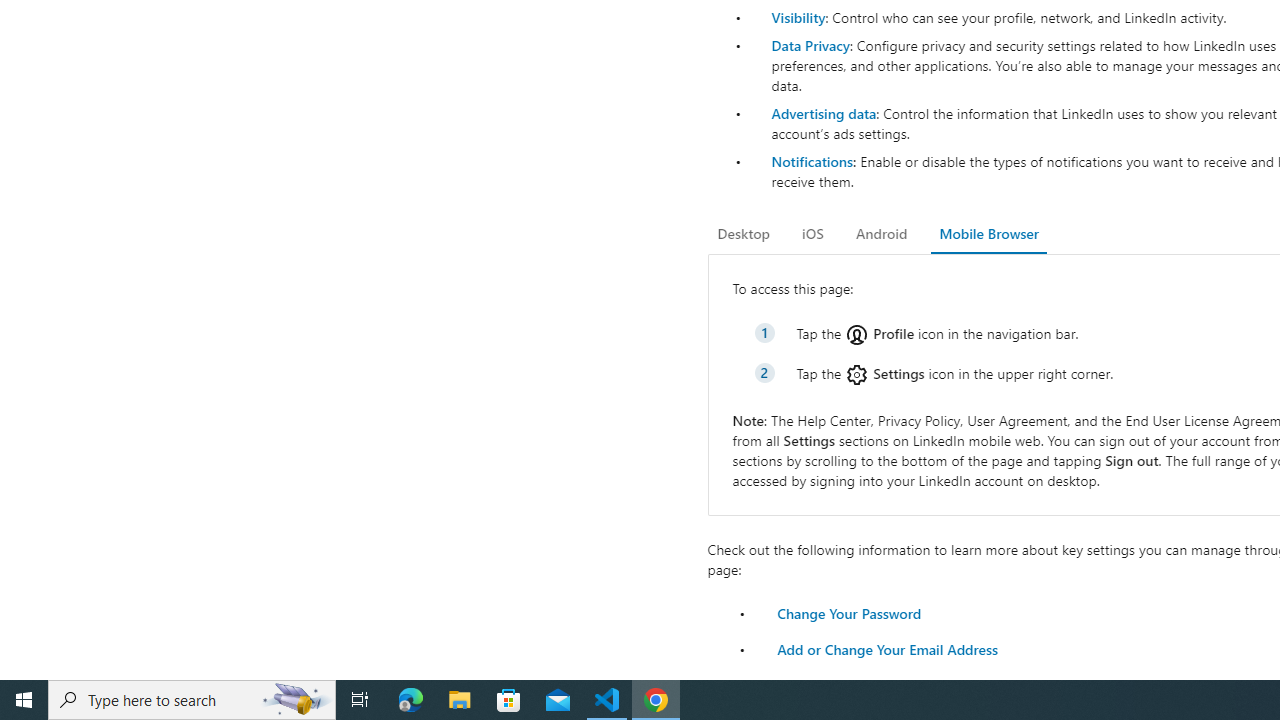 This screenshot has width=1280, height=720. What do you see at coordinates (880, 233) in the screenshot?
I see `'Android'` at bounding box center [880, 233].